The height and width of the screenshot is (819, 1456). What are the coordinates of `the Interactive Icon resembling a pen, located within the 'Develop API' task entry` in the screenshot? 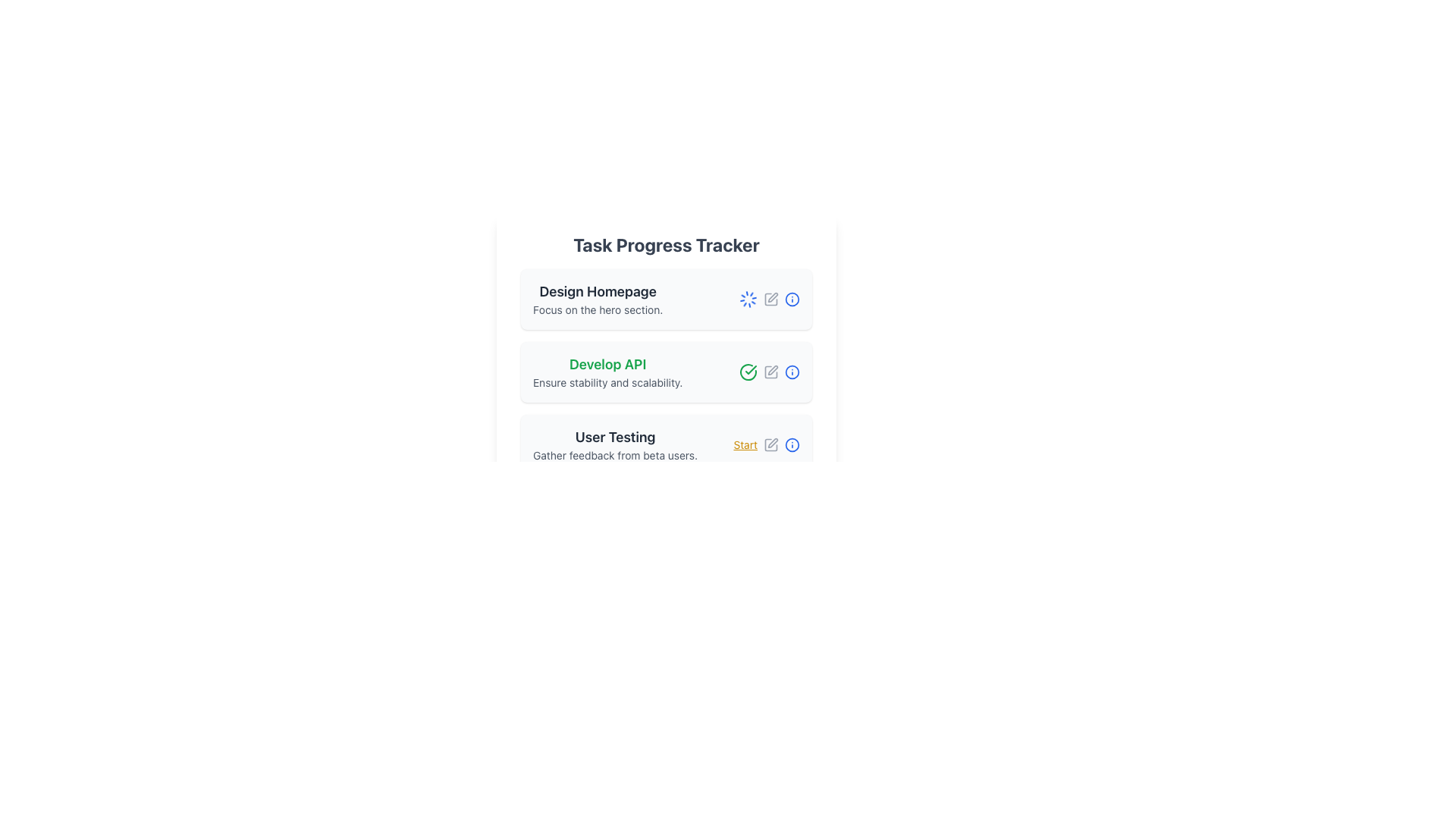 It's located at (773, 297).